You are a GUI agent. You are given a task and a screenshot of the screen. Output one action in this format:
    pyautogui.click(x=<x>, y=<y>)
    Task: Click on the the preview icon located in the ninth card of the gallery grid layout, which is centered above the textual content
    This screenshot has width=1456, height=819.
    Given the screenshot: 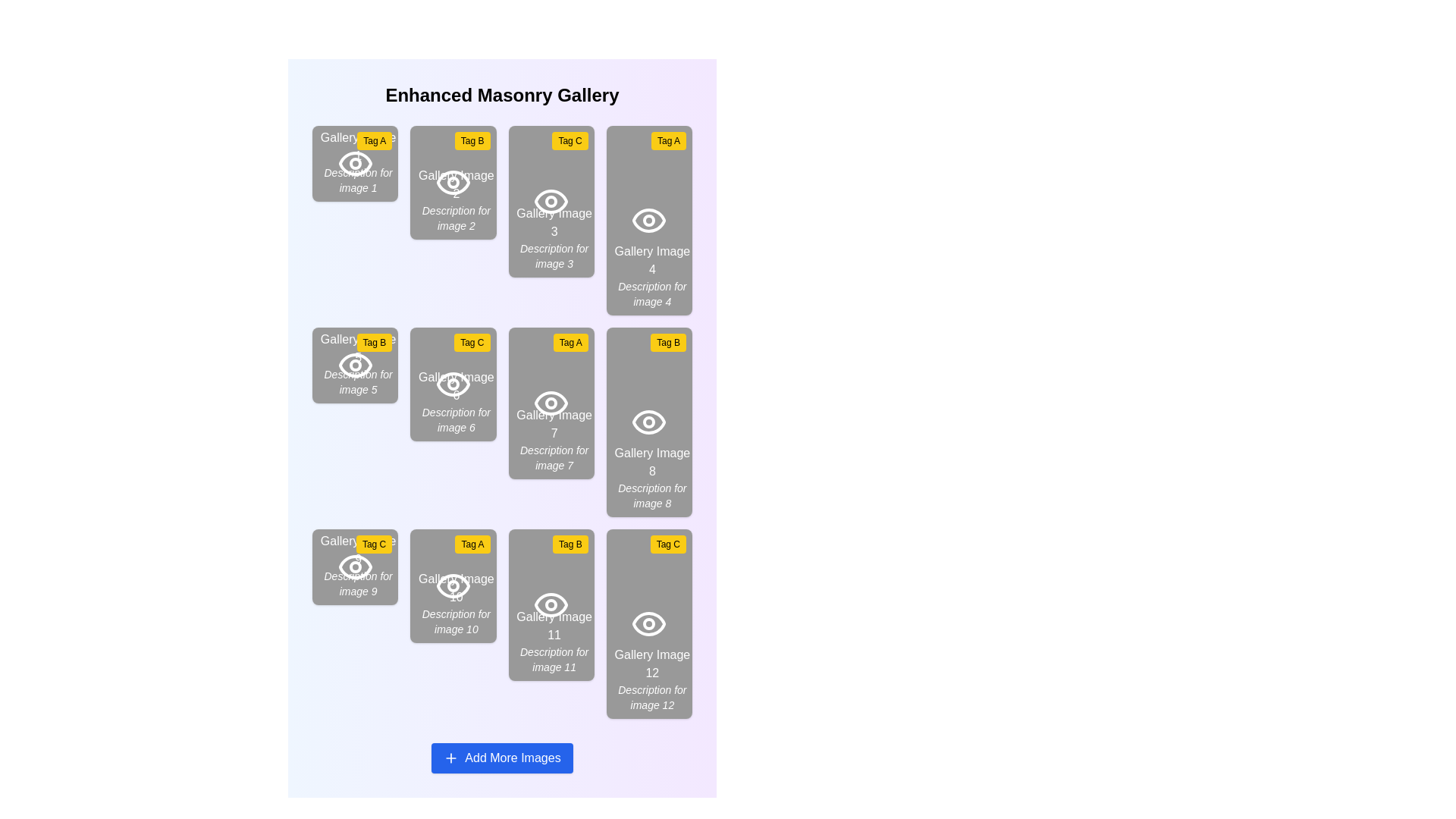 What is the action you would take?
    pyautogui.click(x=354, y=567)
    